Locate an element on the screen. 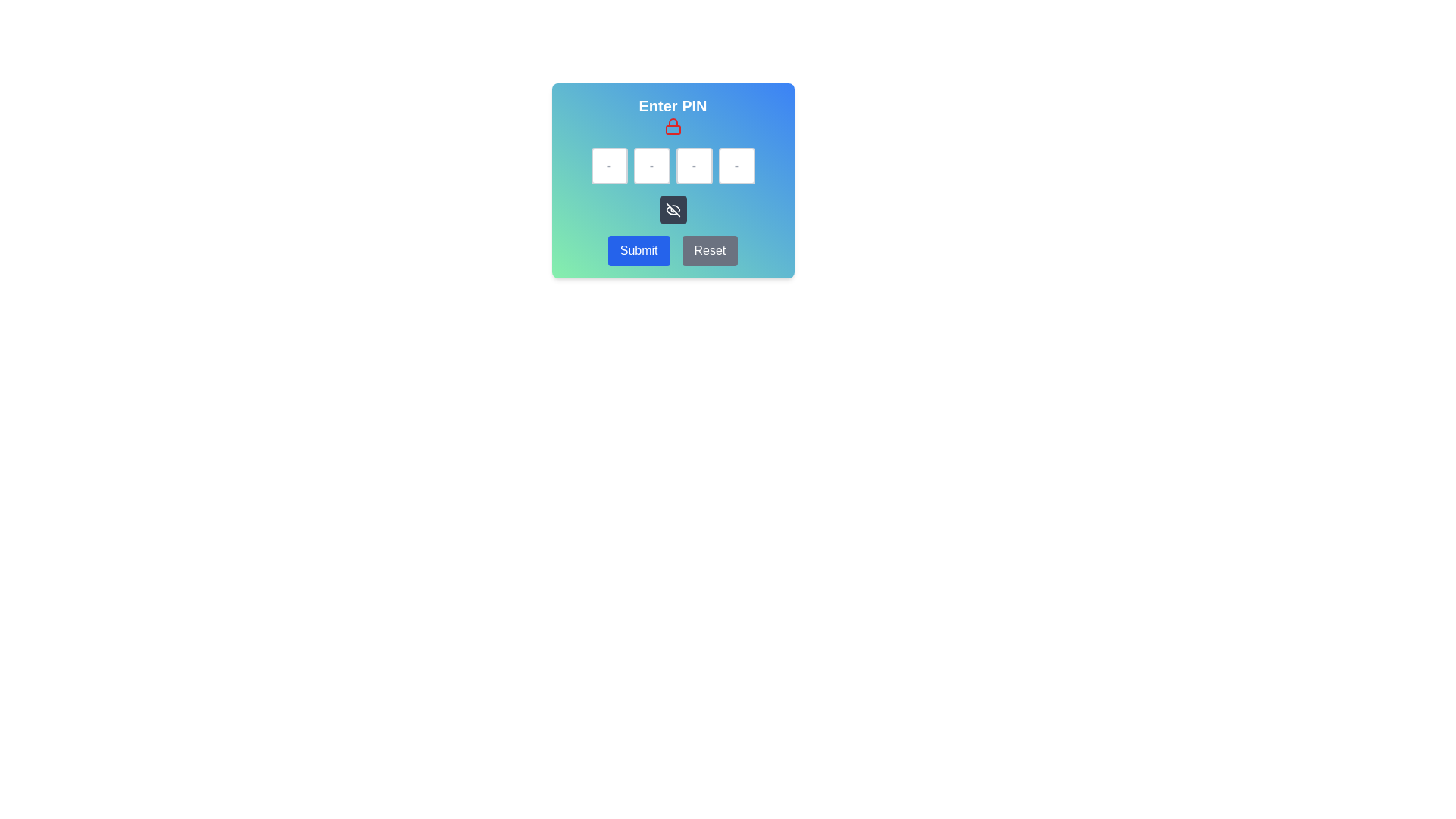 The width and height of the screenshot is (1456, 819). the visibility toggle button, which is a rounded rectangular shape with a dark gray background and an eye icon with a slash over it, located below the PIN input fields is located at coordinates (672, 209).